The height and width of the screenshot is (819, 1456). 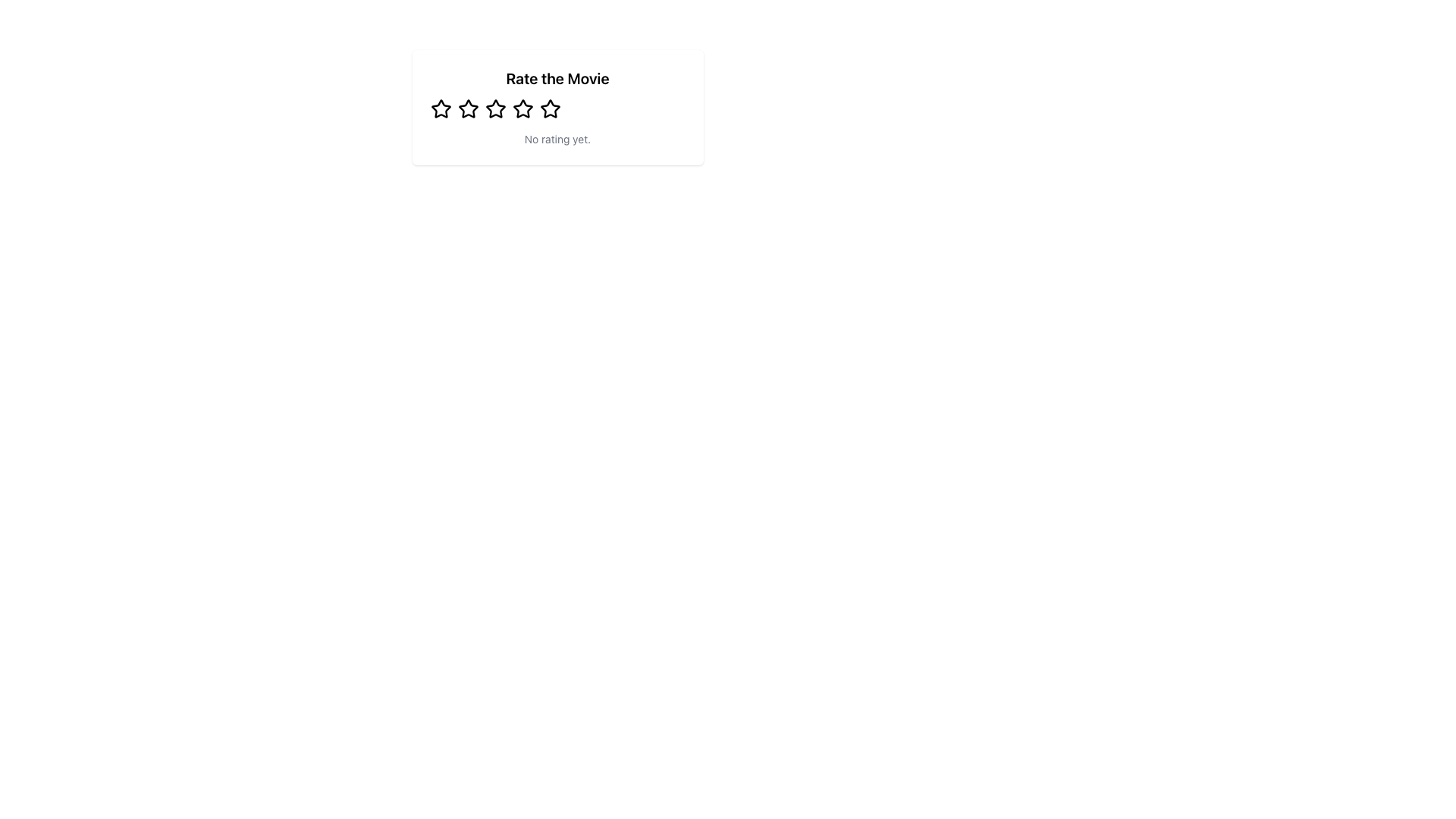 I want to click on the fourth Rating Star Icon in the rating system, so click(x=549, y=108).